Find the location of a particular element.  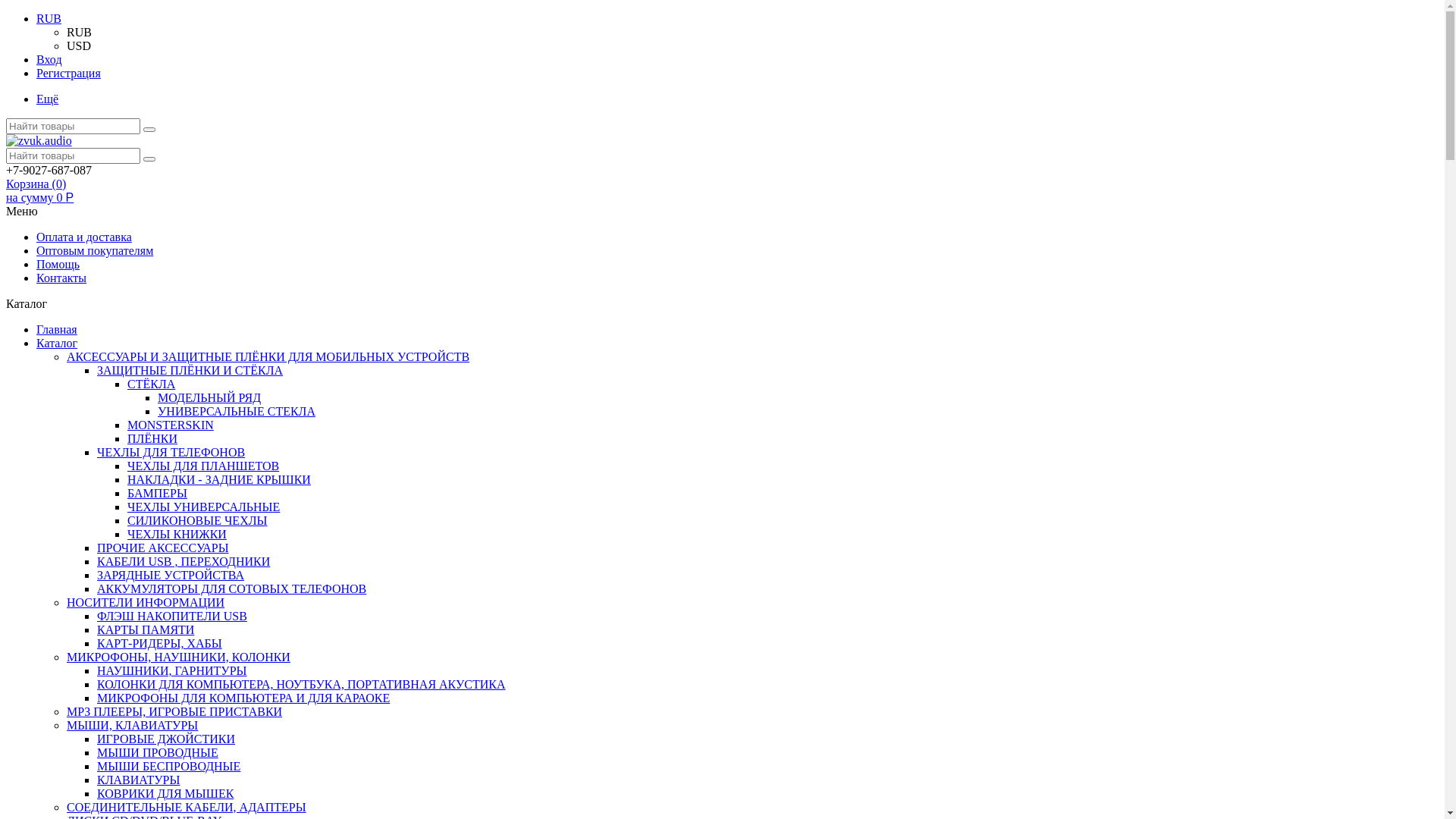

'USD' is located at coordinates (78, 45).